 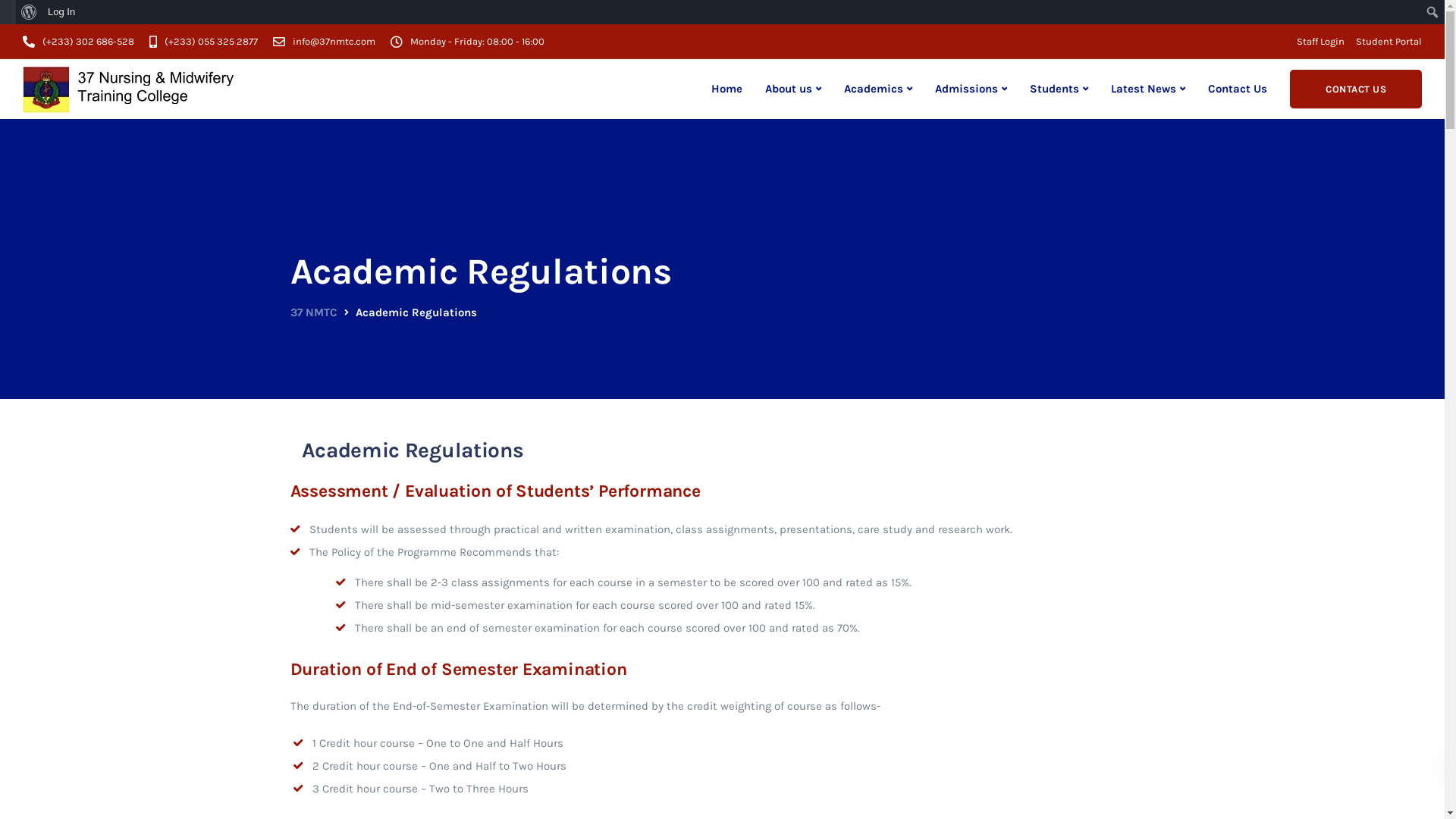 I want to click on '37 NMTC', so click(x=312, y=312).